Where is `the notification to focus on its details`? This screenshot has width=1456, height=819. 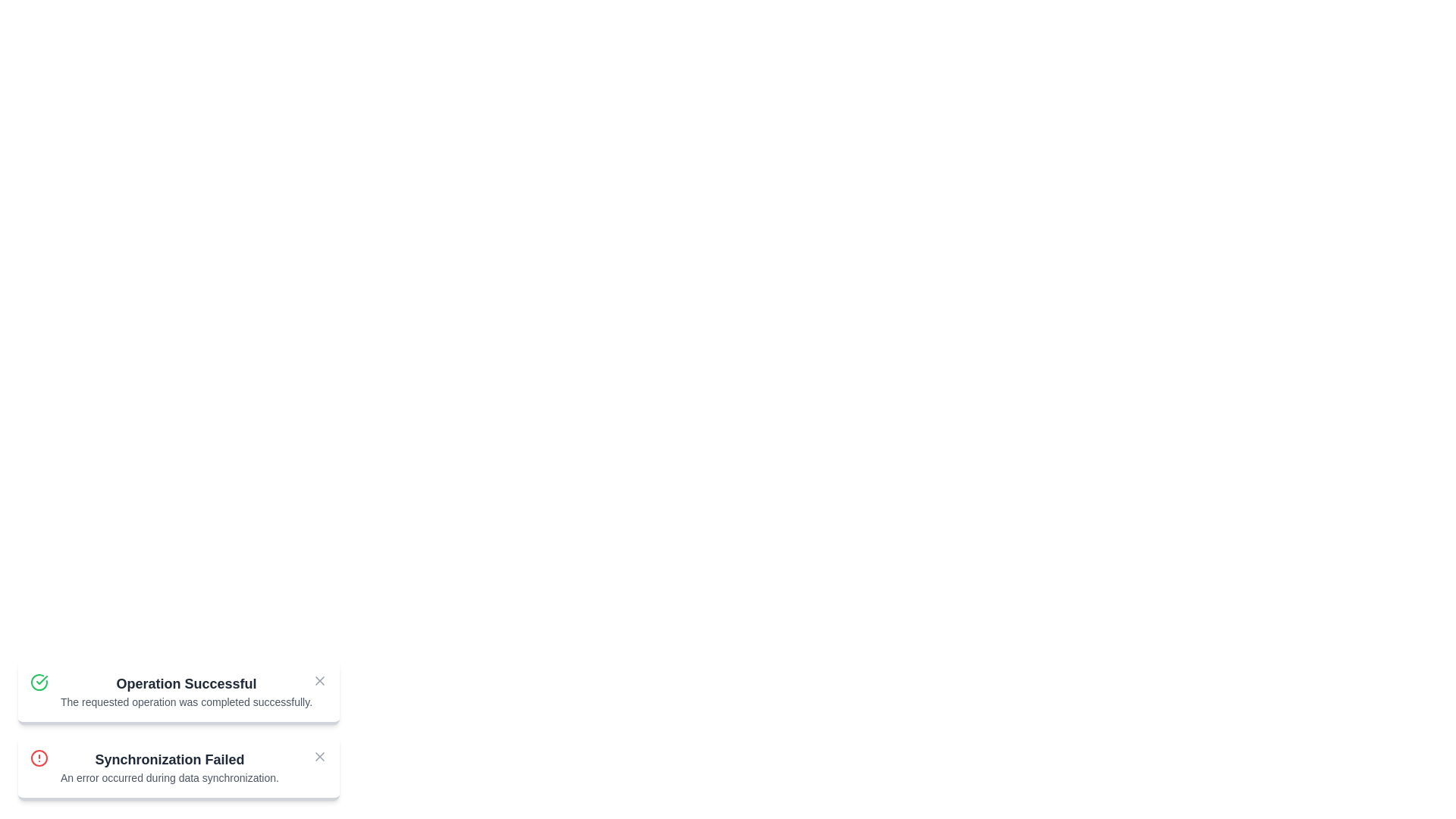
the notification to focus on its details is located at coordinates (178, 693).